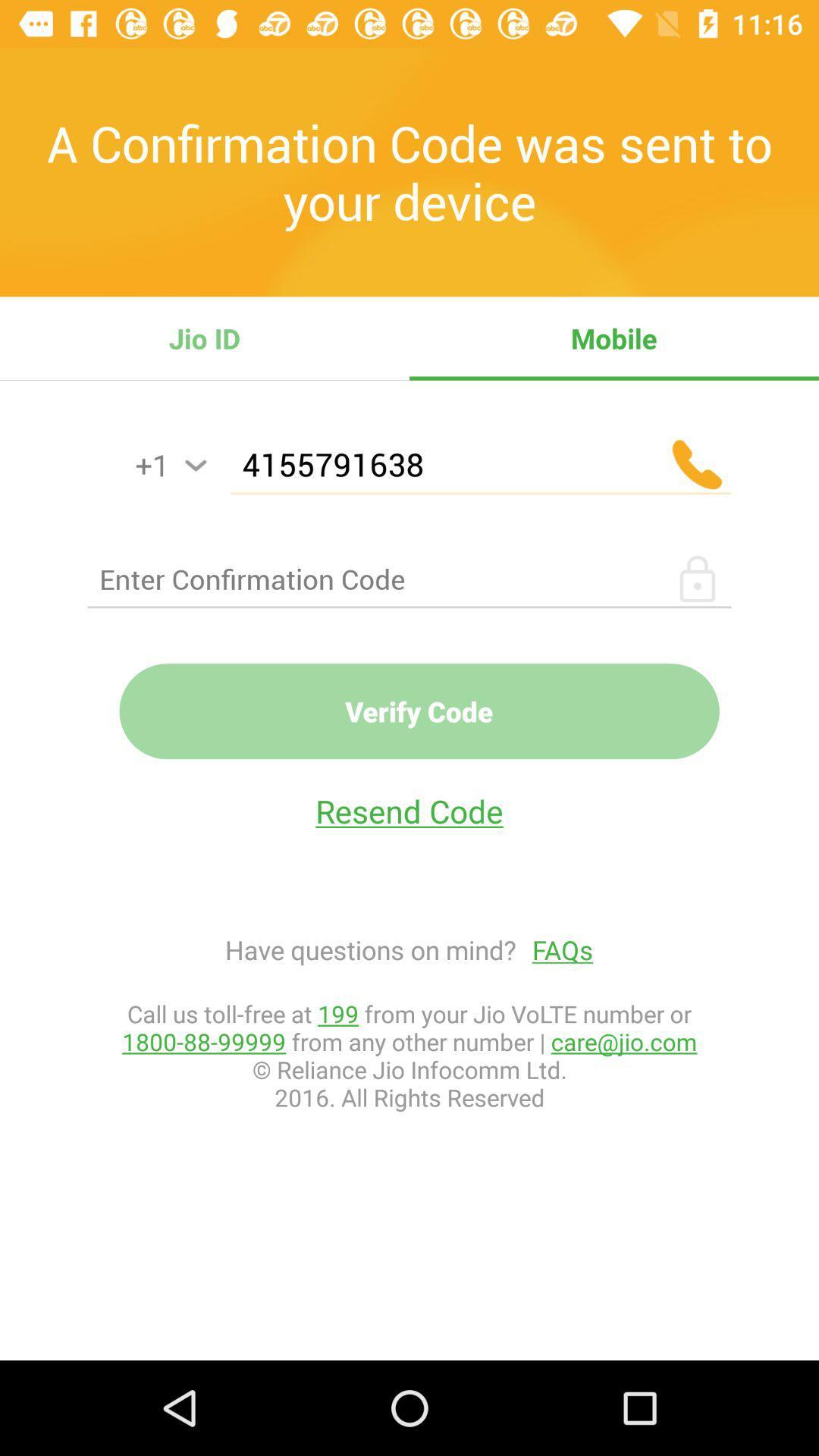 This screenshot has height=1456, width=819. What do you see at coordinates (409, 578) in the screenshot?
I see `icon above verify code item` at bounding box center [409, 578].